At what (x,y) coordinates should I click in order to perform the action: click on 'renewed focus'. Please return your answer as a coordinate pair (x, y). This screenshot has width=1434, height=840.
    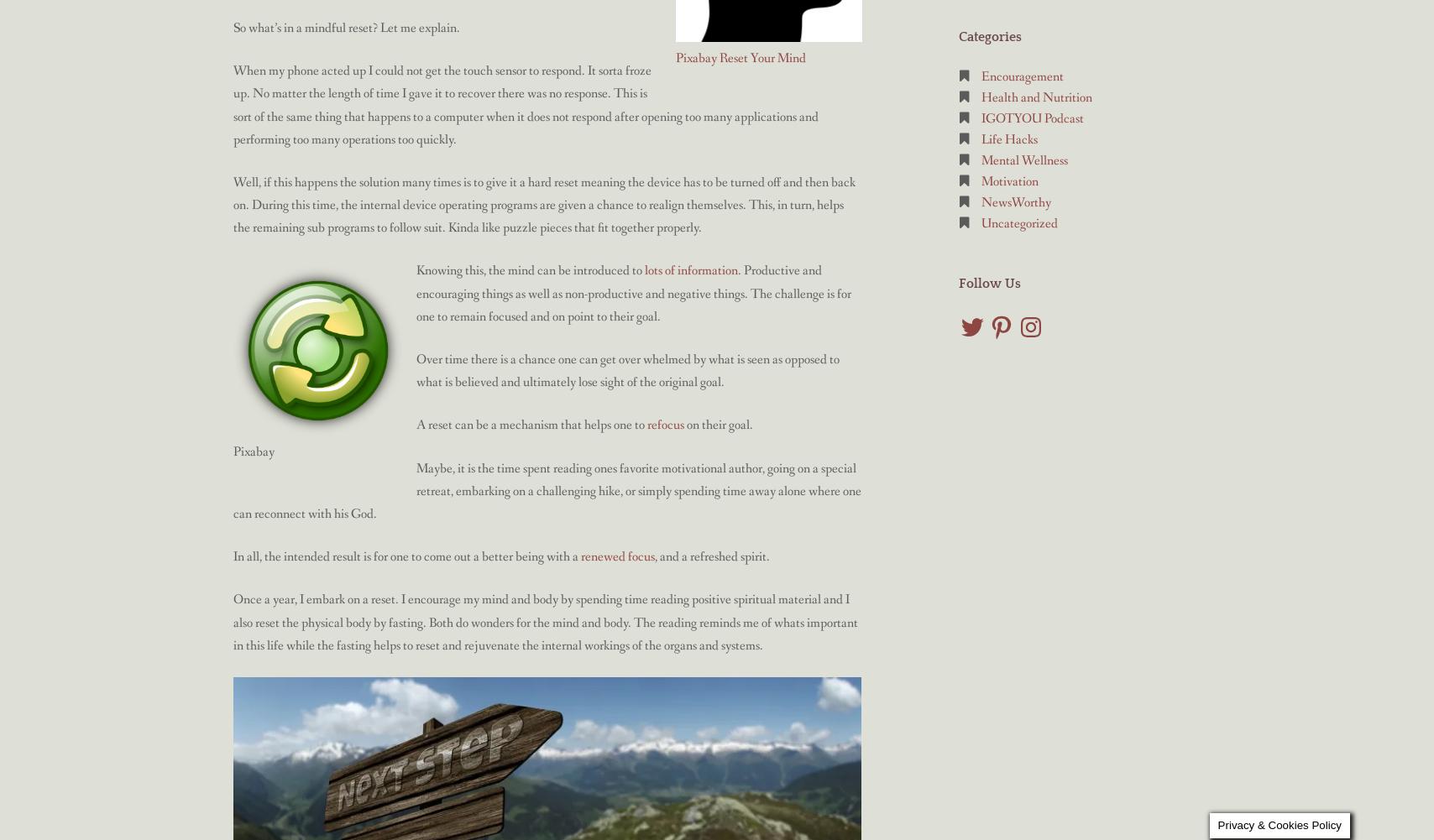
    Looking at the image, I should click on (617, 556).